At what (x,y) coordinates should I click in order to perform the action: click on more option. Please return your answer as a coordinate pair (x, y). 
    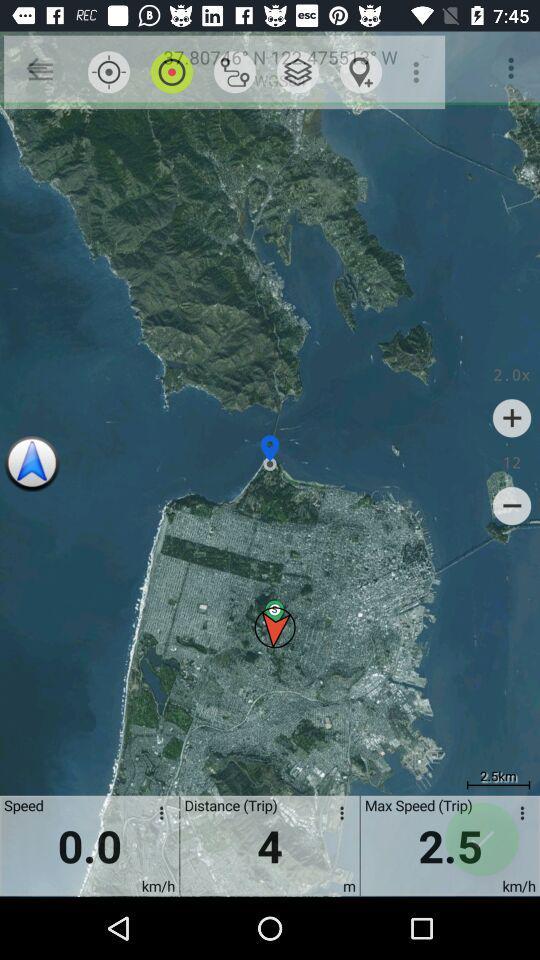
    Looking at the image, I should click on (518, 816).